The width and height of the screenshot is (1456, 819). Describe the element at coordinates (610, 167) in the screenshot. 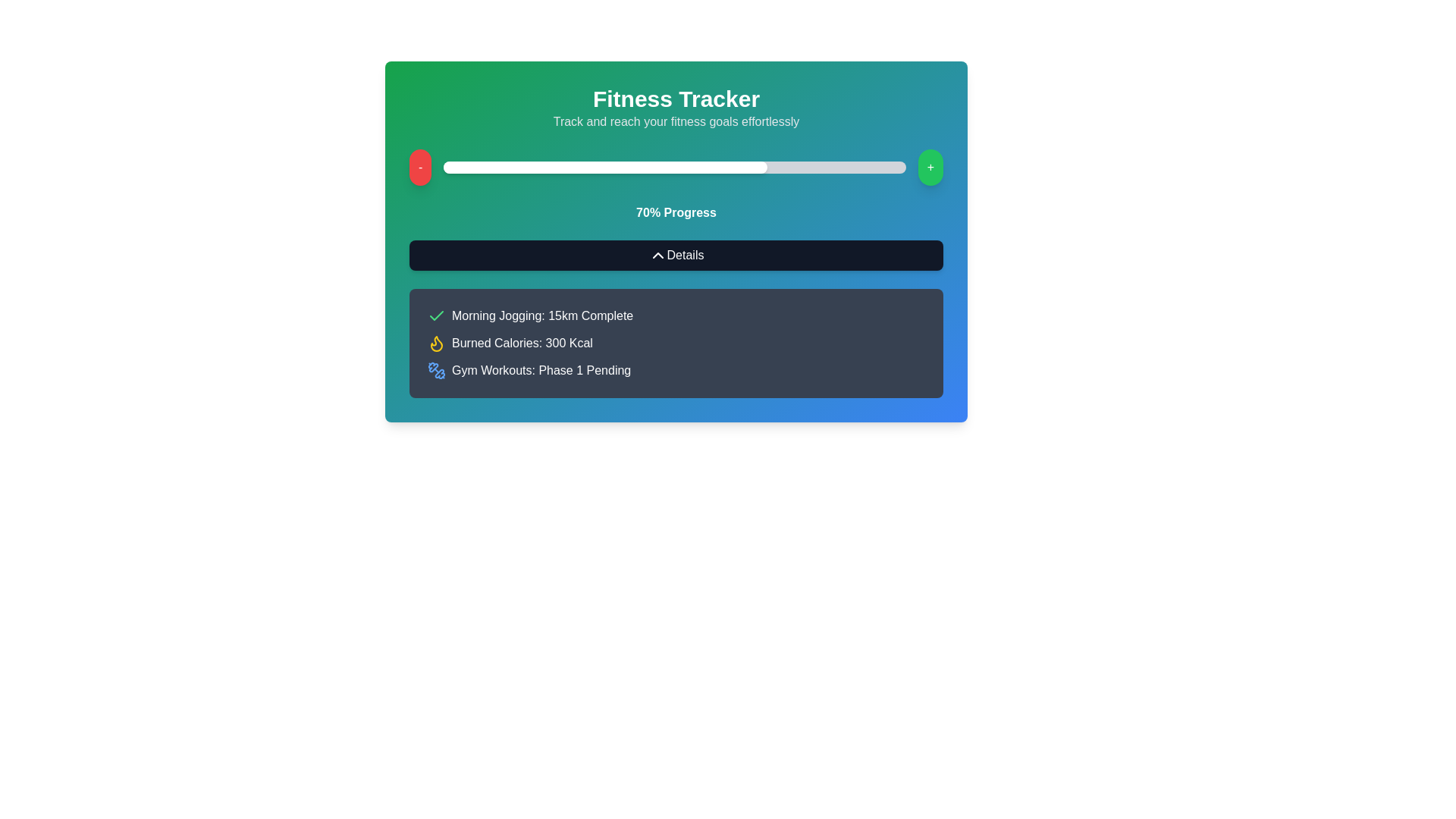

I see `progress` at that location.